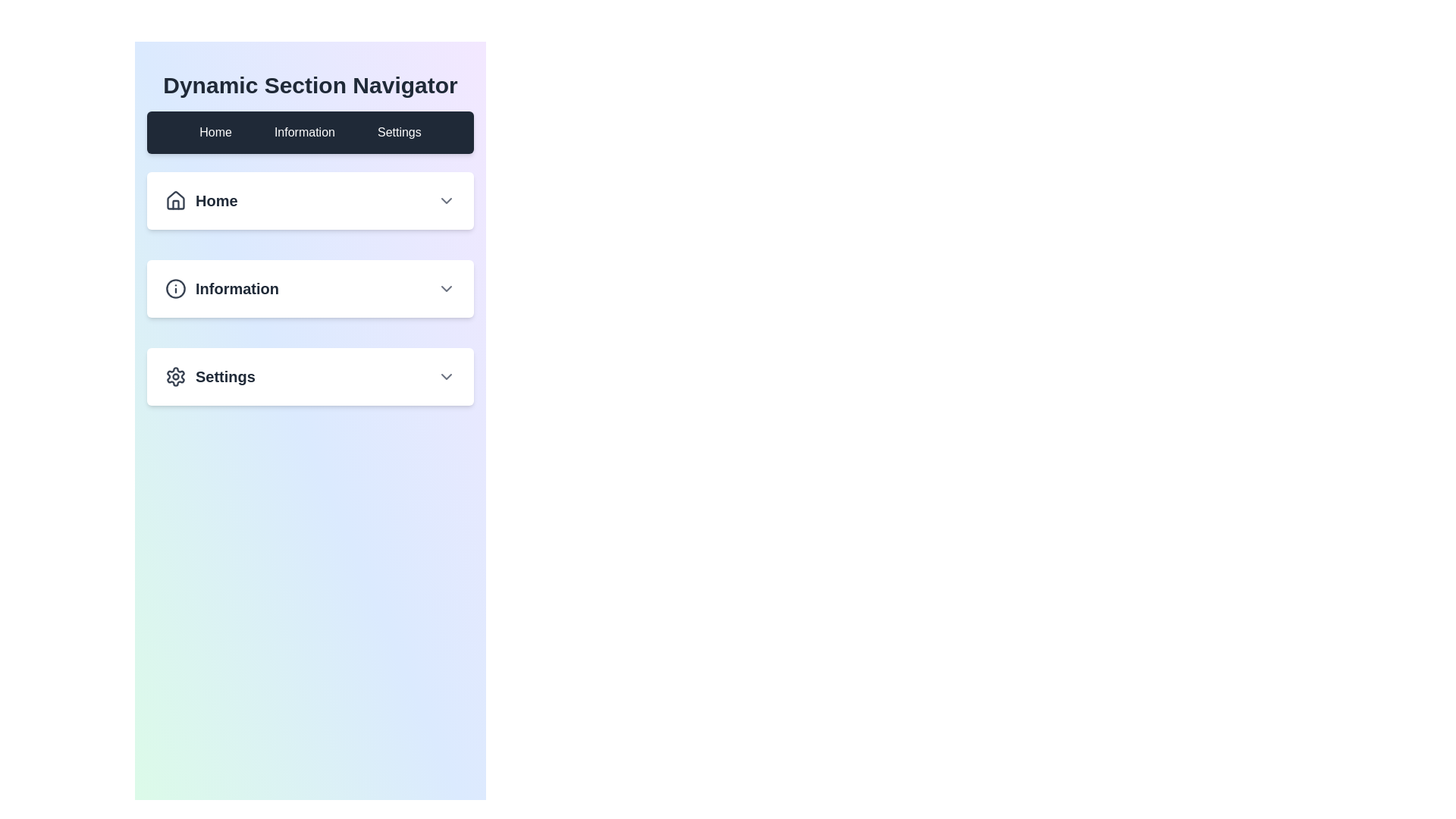 Image resolution: width=1456 pixels, height=819 pixels. I want to click on the downward-pointing chevron icon at the far right end of the 'Settings' row in the navigation panel, so click(446, 376).